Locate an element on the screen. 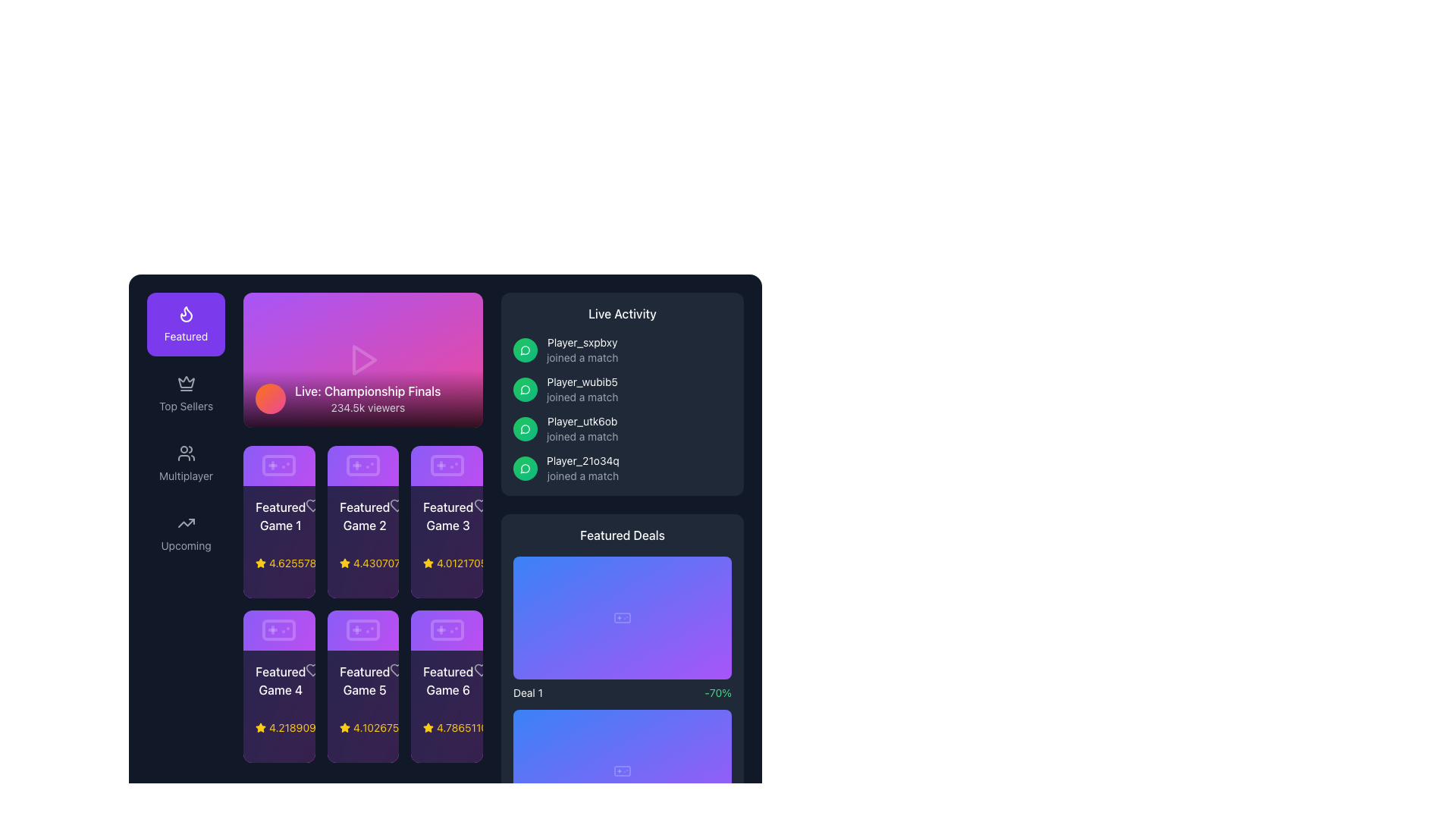  the details of the 'Featured Game 3' informational card, which is a rectangular card with a gradient background and contains a game controller icon at the top, along with the title, rating, and online count below is located at coordinates (446, 521).